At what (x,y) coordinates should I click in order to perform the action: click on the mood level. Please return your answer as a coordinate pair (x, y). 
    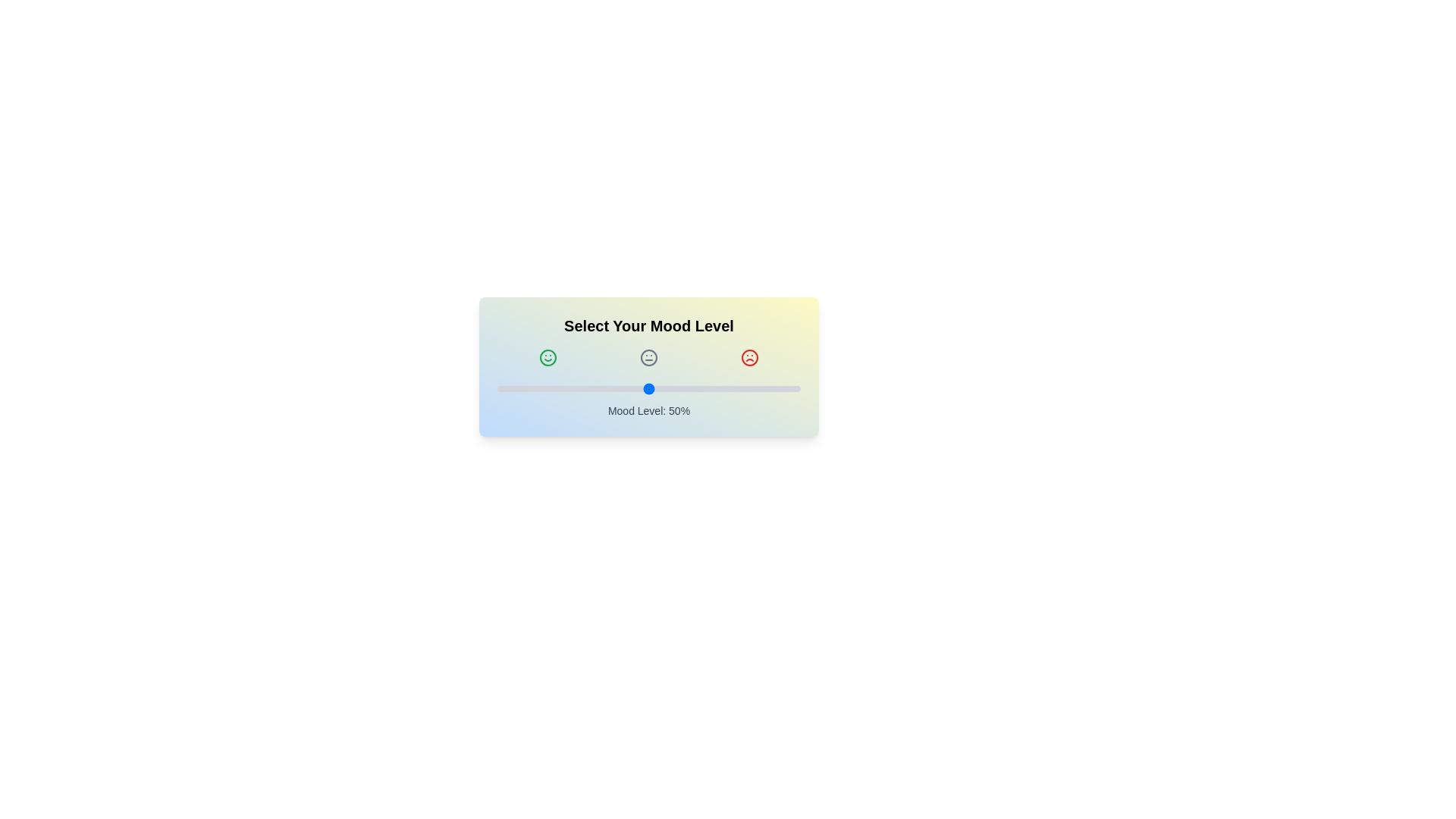
    Looking at the image, I should click on (524, 388).